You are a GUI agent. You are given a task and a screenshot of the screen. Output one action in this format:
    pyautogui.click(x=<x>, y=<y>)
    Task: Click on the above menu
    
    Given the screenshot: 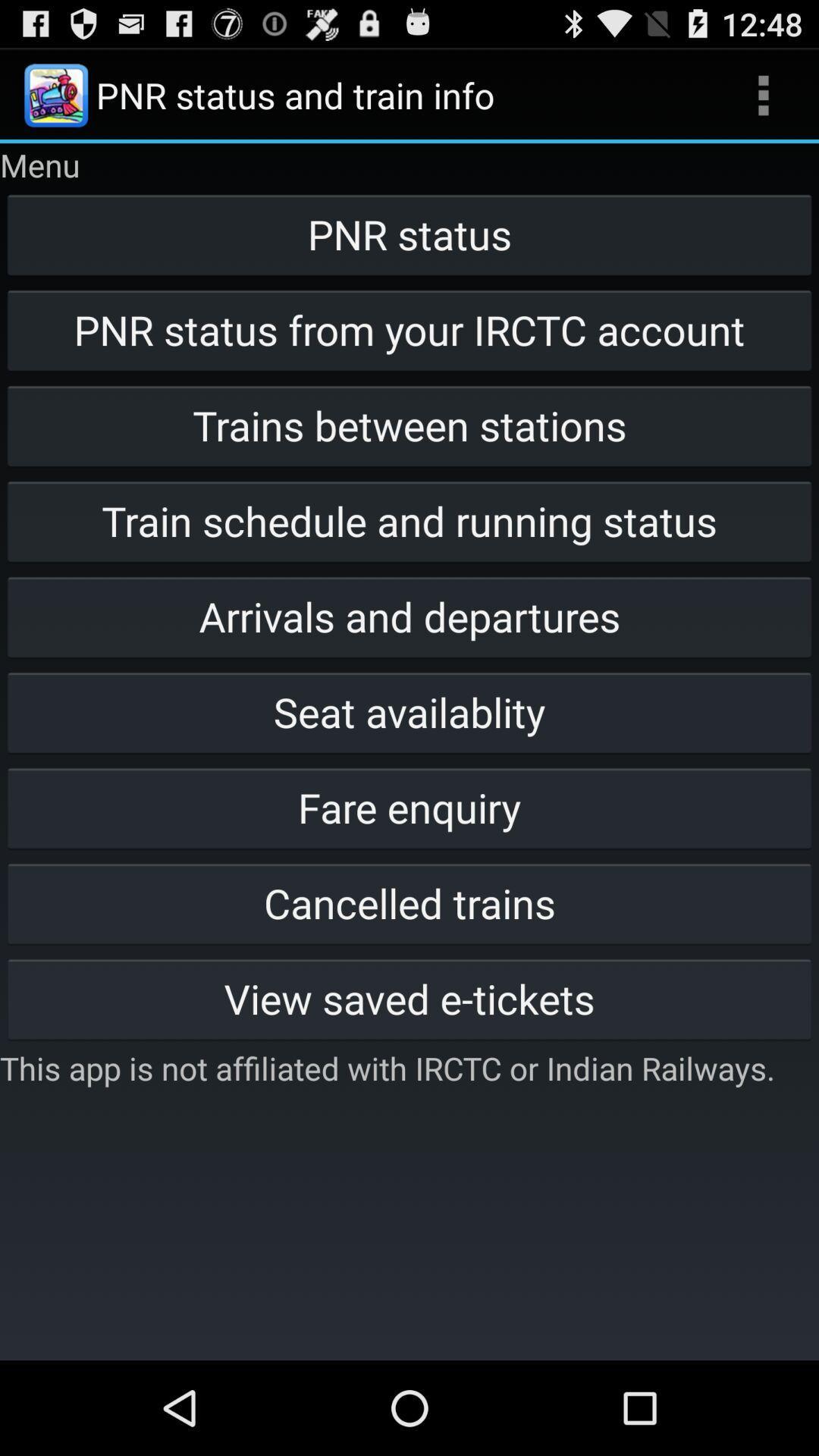 What is the action you would take?
    pyautogui.click(x=55, y=94)
    